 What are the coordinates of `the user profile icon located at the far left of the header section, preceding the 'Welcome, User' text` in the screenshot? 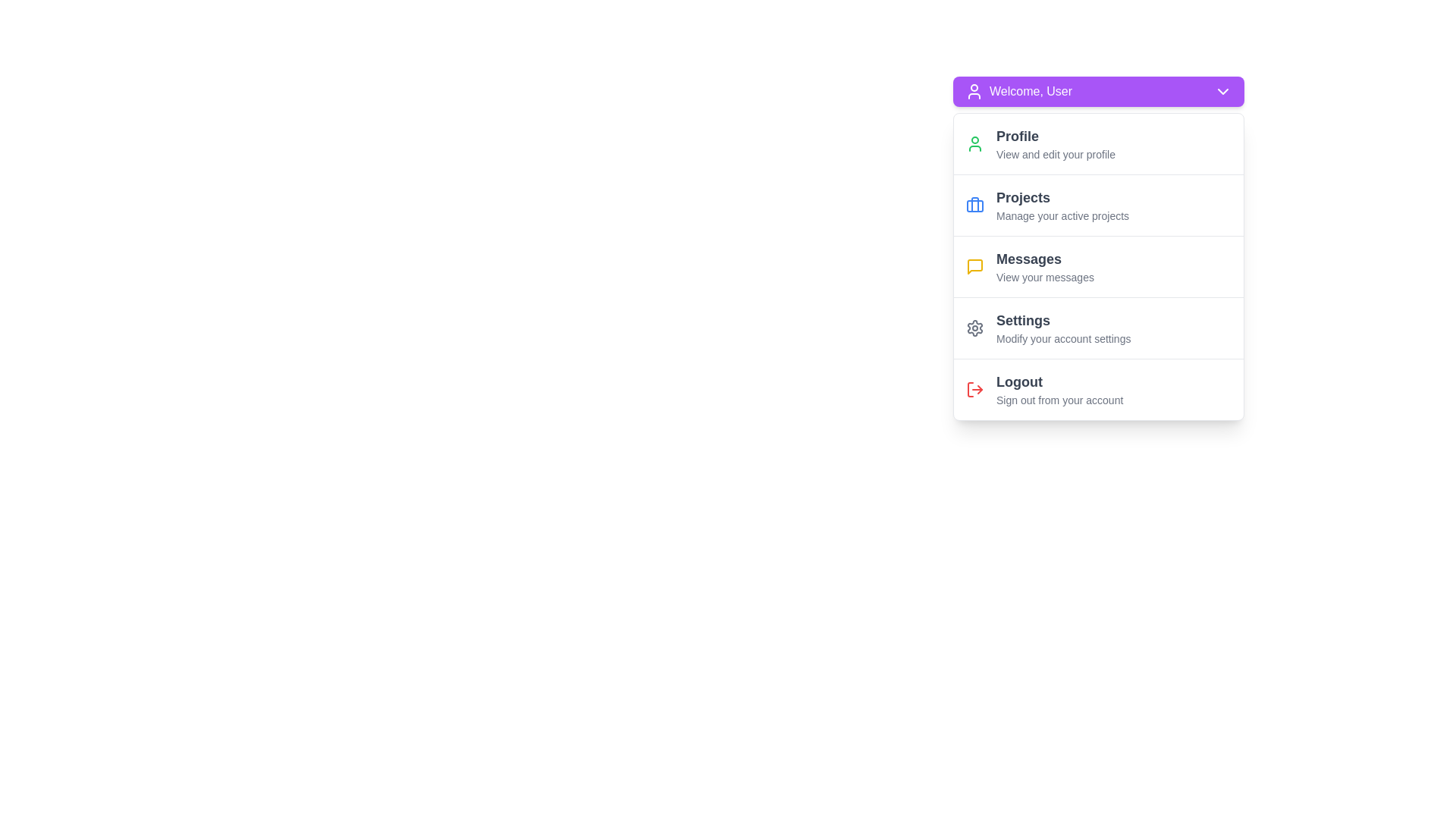 It's located at (974, 91).